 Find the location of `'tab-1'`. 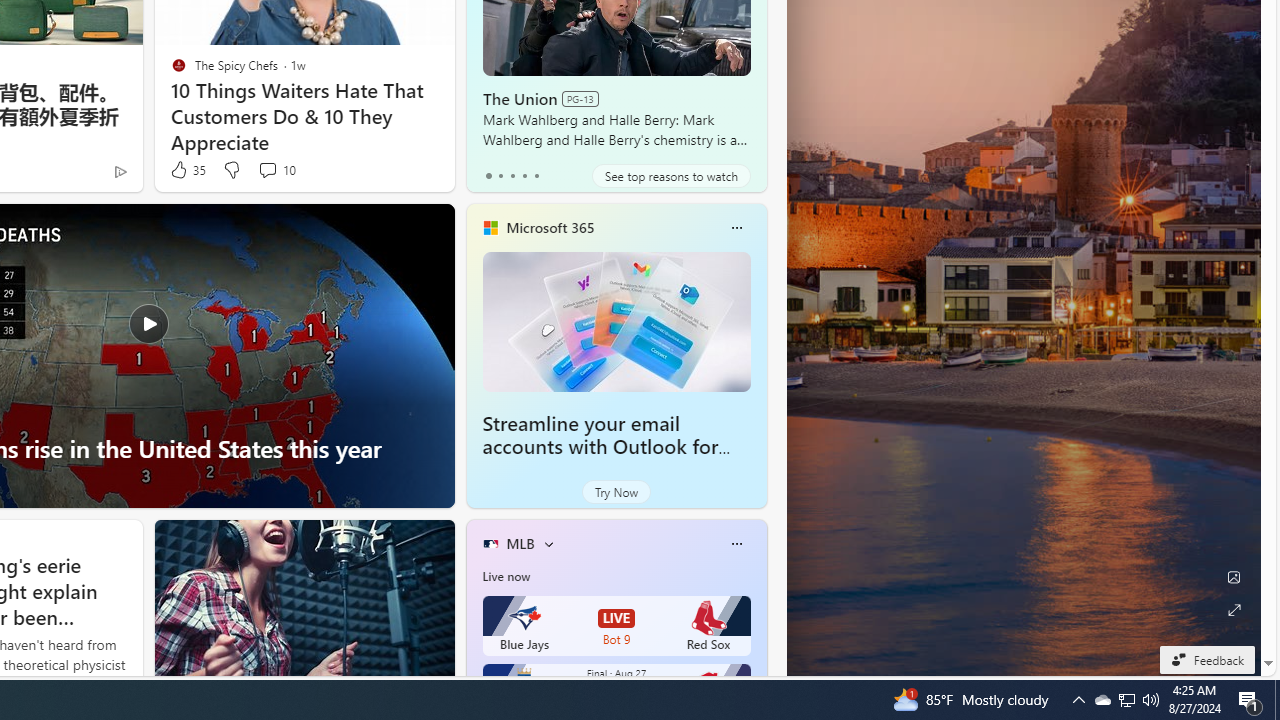

'tab-1' is located at coordinates (500, 175).